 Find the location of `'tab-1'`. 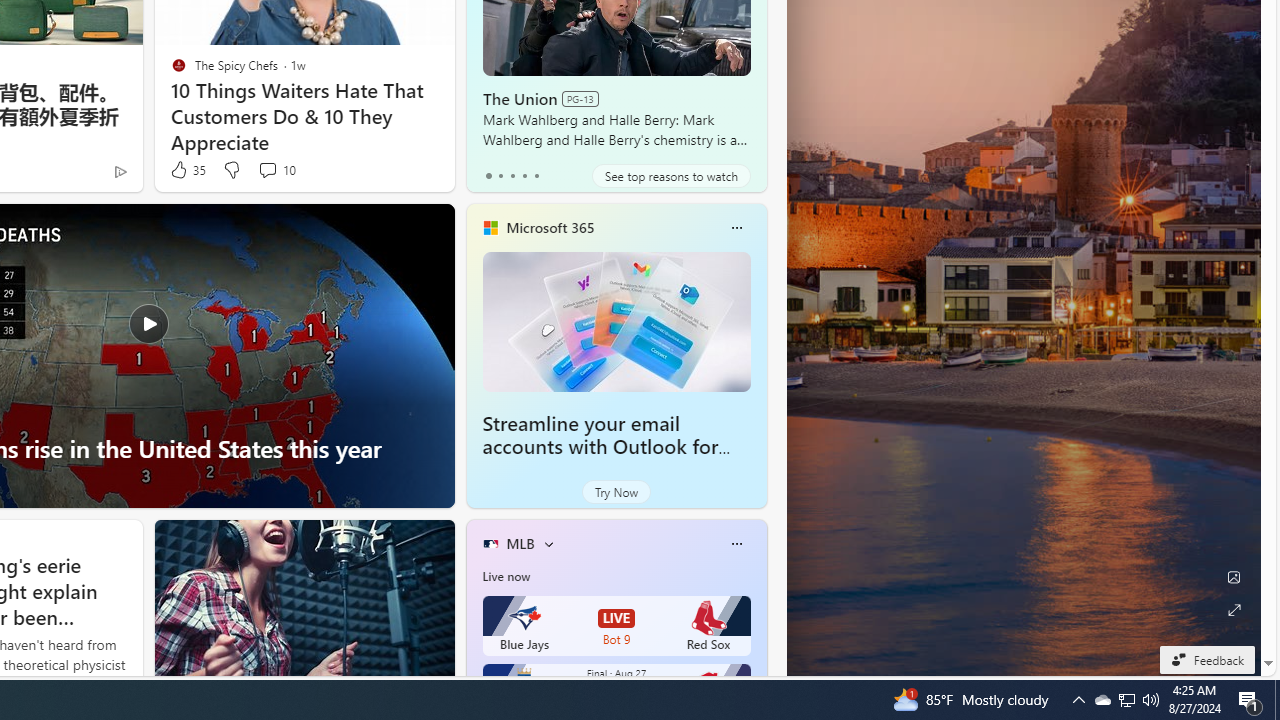

'tab-1' is located at coordinates (500, 175).